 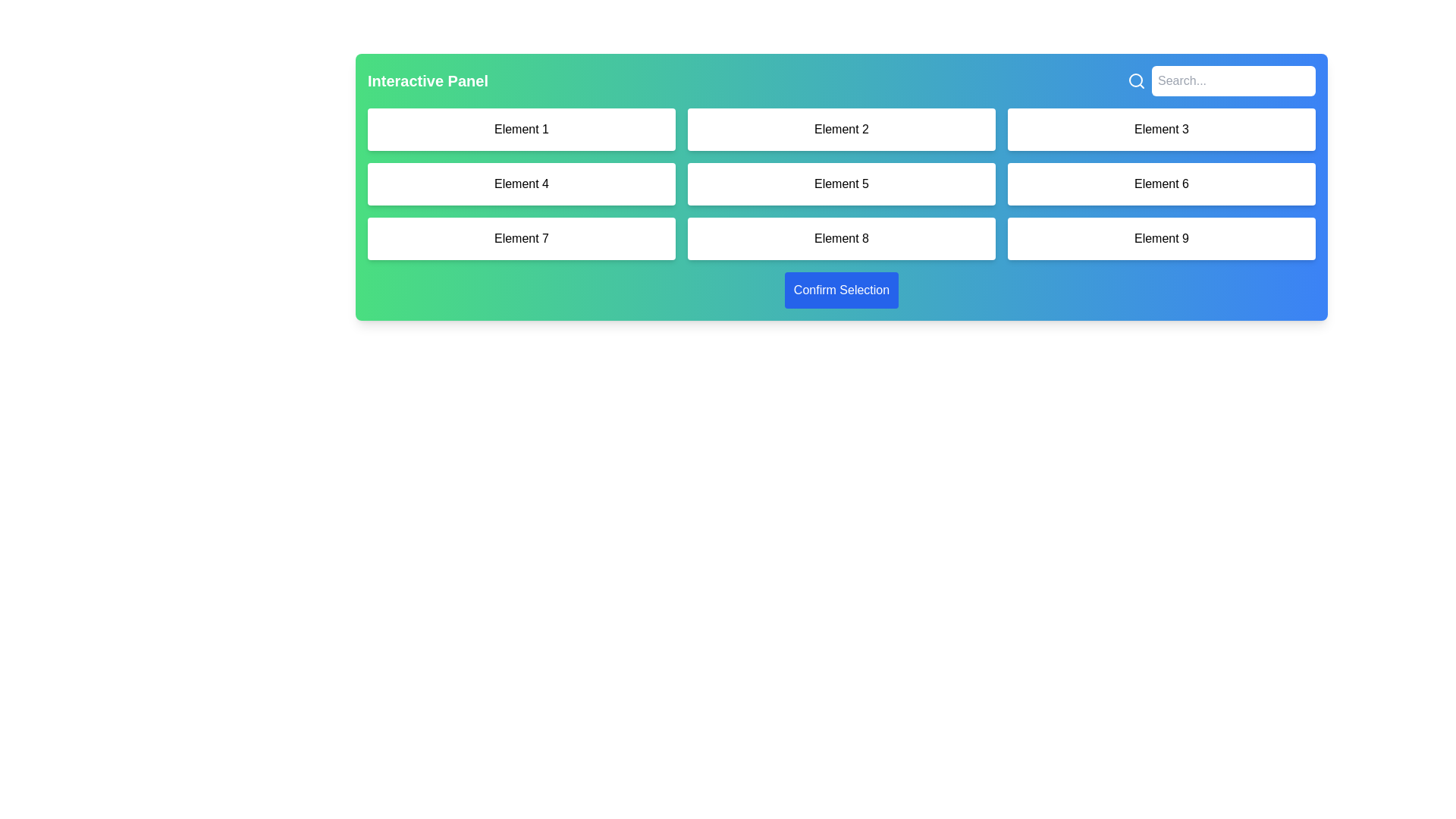 I want to click on the button labeled 'Element 8', which is a rectangular button with a white background and black text, located in the bottom row, middle column of a 3x3 grid layout, so click(x=840, y=239).